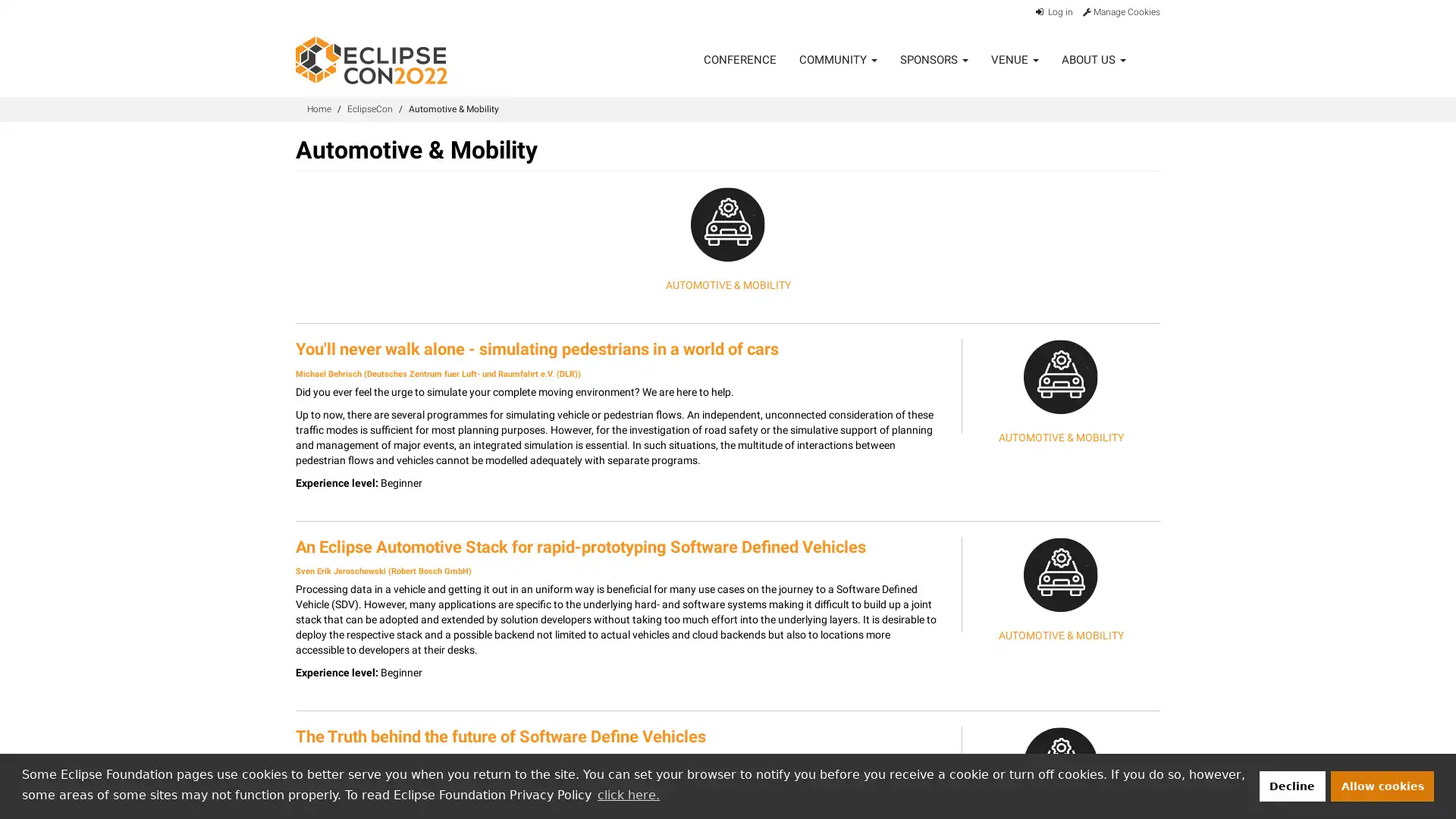  I want to click on allow cookies, so click(1382, 785).